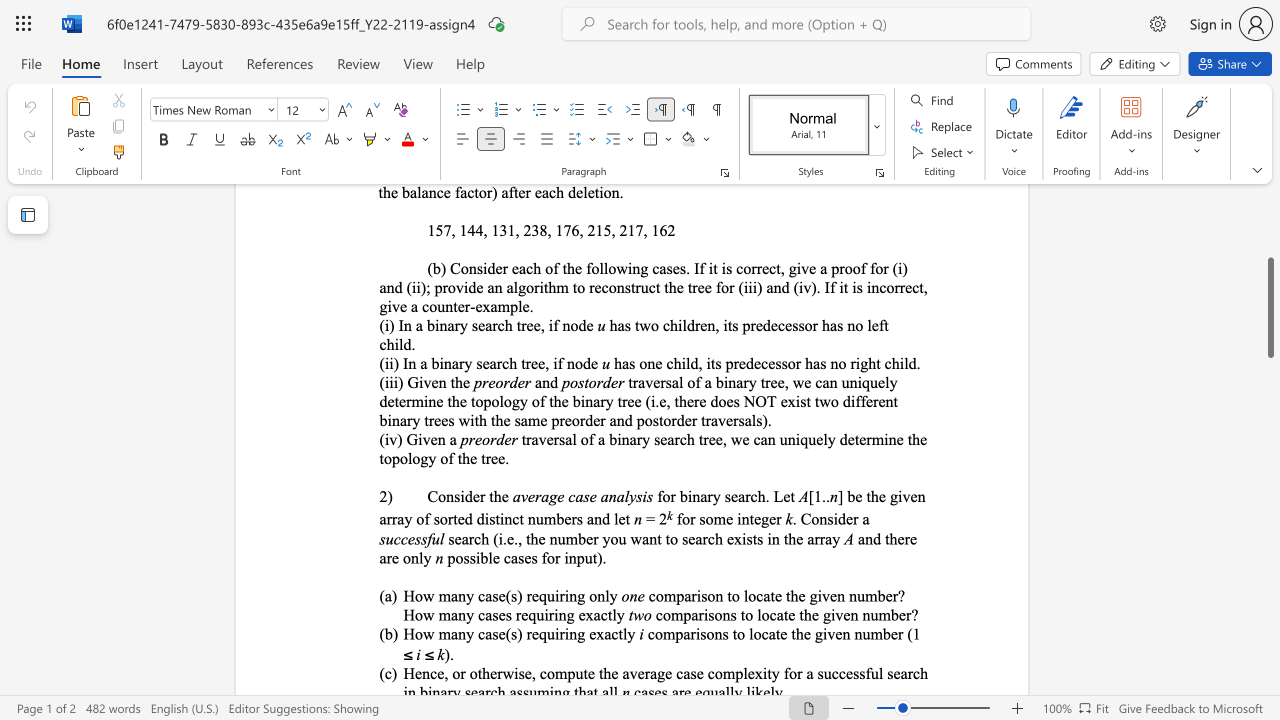  Describe the element at coordinates (896, 538) in the screenshot. I see `the subset text "ere a" within the text "and there are only"` at that location.